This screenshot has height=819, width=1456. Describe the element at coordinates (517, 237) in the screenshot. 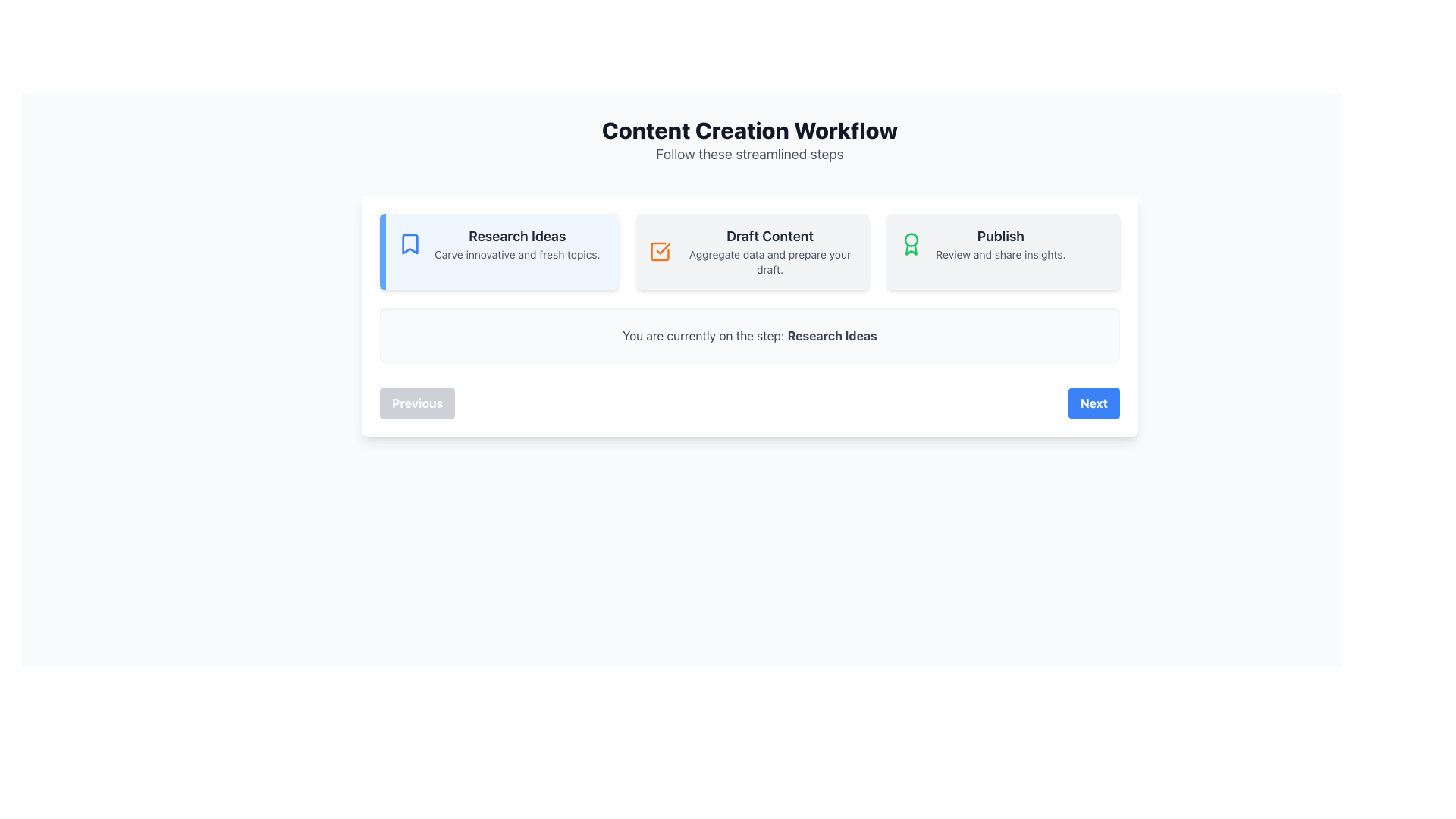

I see `the section title 'Research Ideas' which is the first step in the workflow, located at the top-left corner of its panel` at that location.